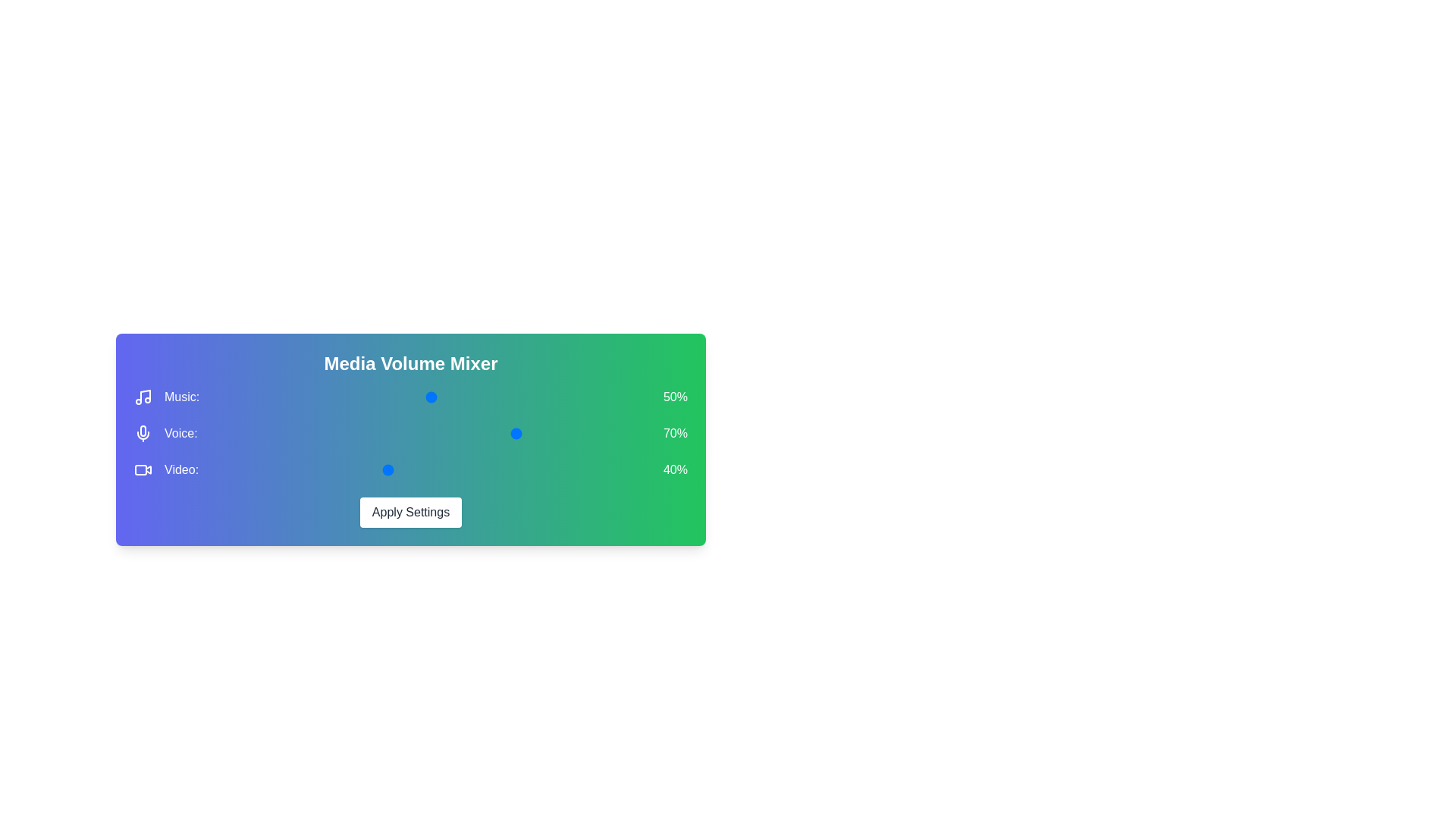 The width and height of the screenshot is (1456, 819). Describe the element at coordinates (460, 433) in the screenshot. I see `the 1 volume to 14% by moving the corresponding slider` at that location.